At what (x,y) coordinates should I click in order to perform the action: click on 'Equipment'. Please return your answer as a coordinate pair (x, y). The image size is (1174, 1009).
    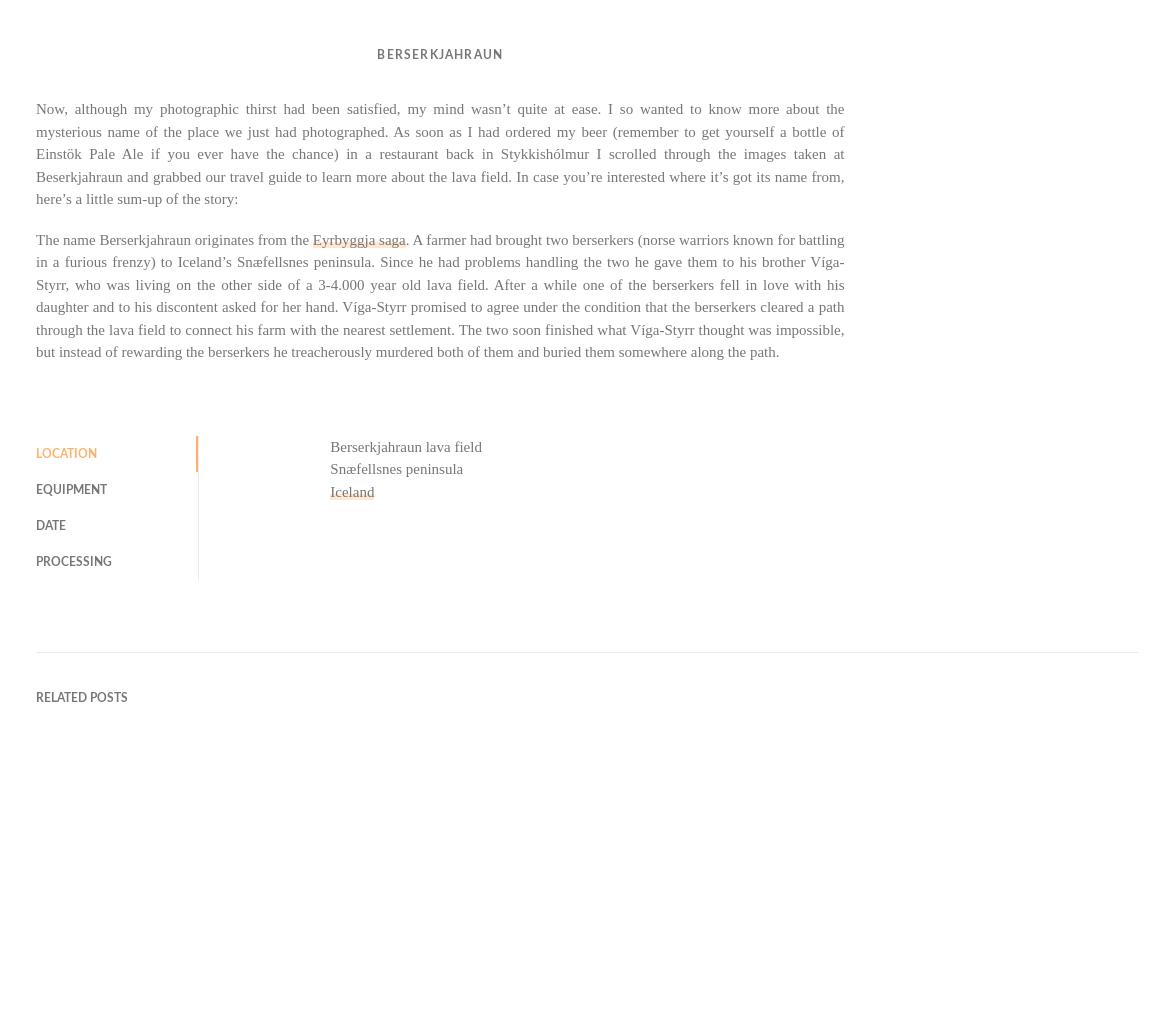
    Looking at the image, I should click on (71, 487).